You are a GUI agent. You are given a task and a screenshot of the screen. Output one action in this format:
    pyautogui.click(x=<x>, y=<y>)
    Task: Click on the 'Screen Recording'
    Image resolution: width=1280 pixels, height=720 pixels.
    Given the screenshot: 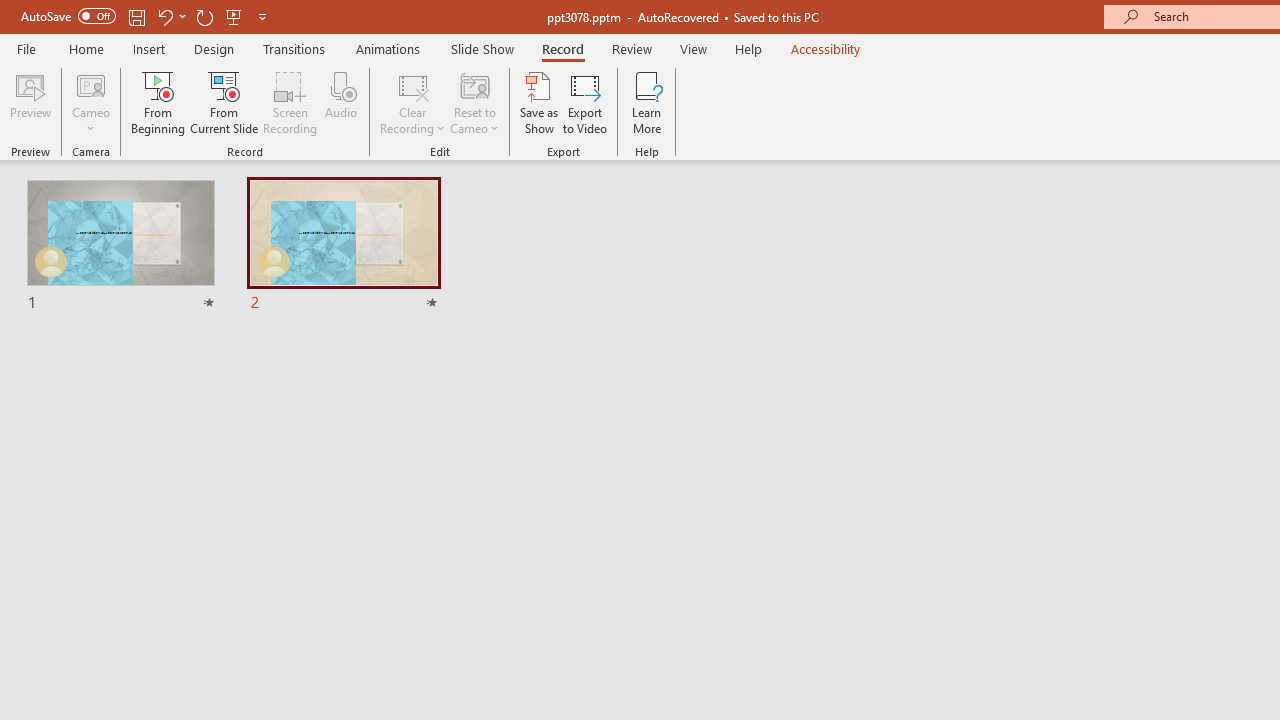 What is the action you would take?
    pyautogui.click(x=289, y=103)
    